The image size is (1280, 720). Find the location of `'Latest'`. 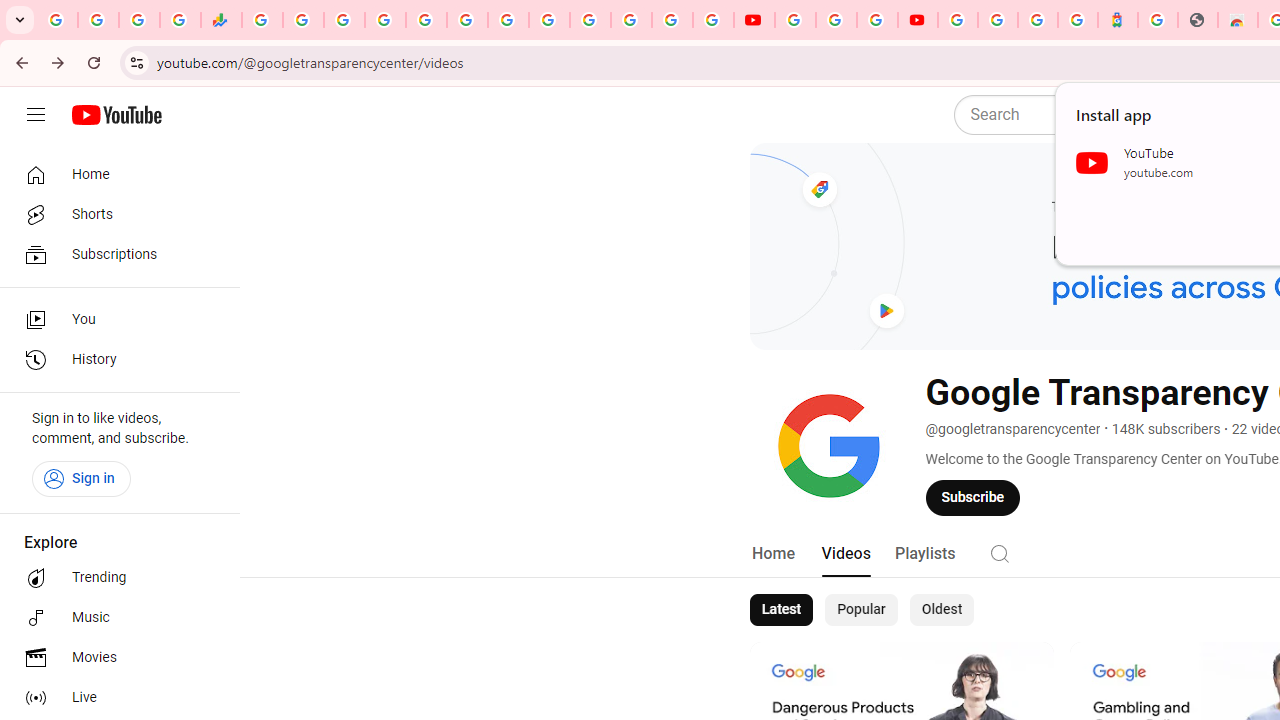

'Latest' is located at coordinates (779, 608).